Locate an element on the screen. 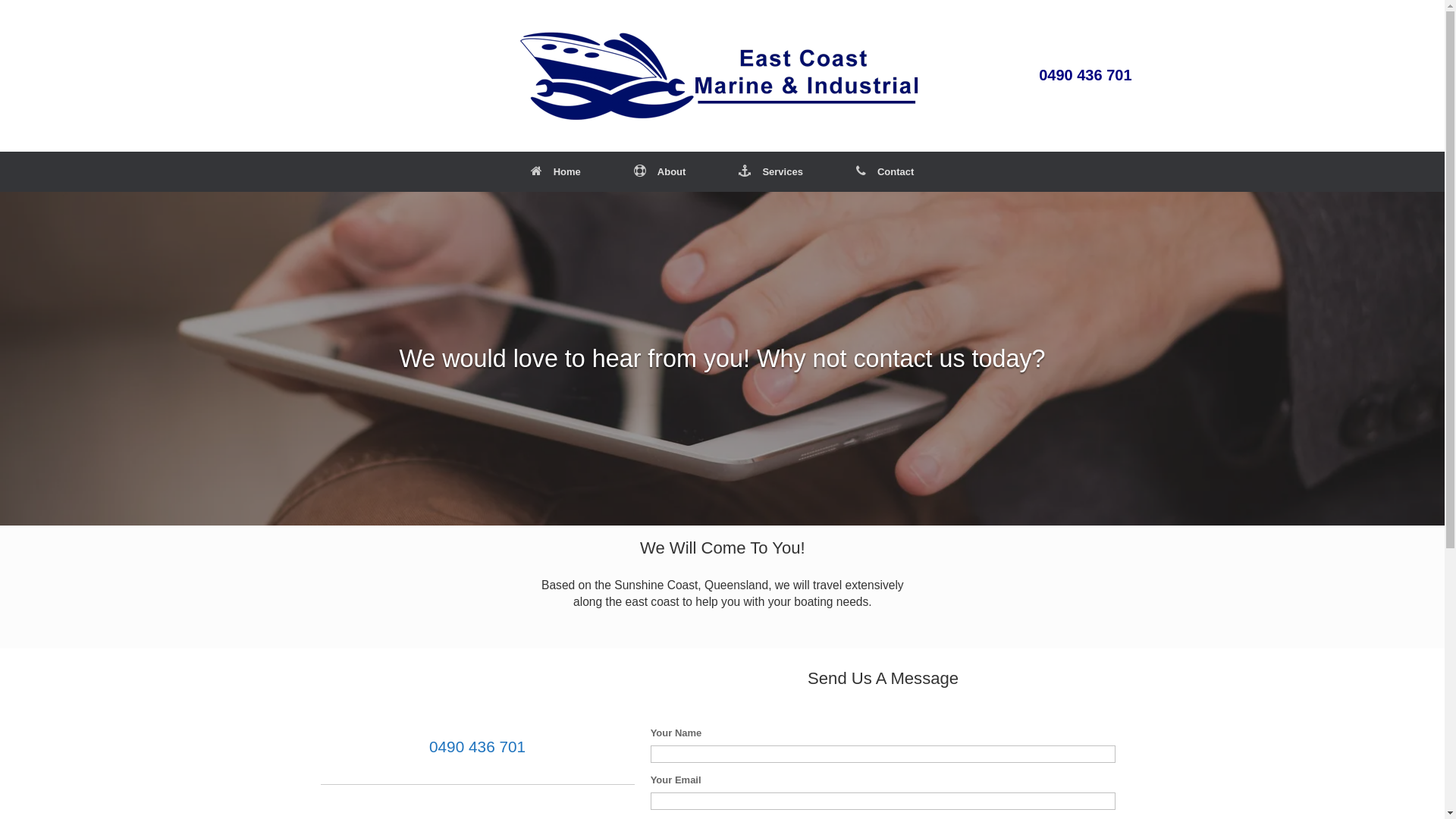 The height and width of the screenshot is (819, 1456). 'Services' is located at coordinates (770, 171).